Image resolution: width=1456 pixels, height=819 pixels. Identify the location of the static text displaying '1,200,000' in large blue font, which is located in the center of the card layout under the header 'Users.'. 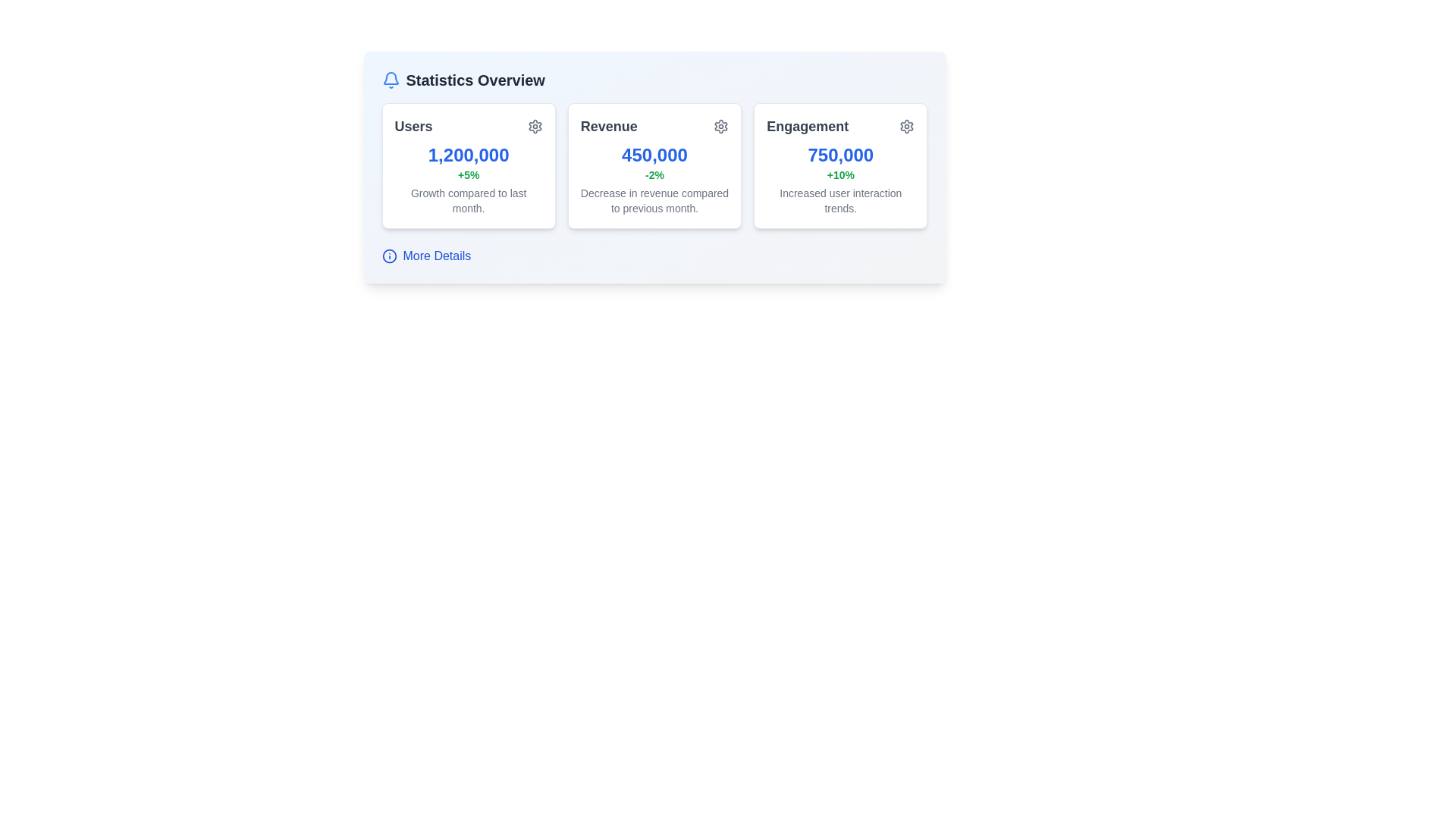
(468, 155).